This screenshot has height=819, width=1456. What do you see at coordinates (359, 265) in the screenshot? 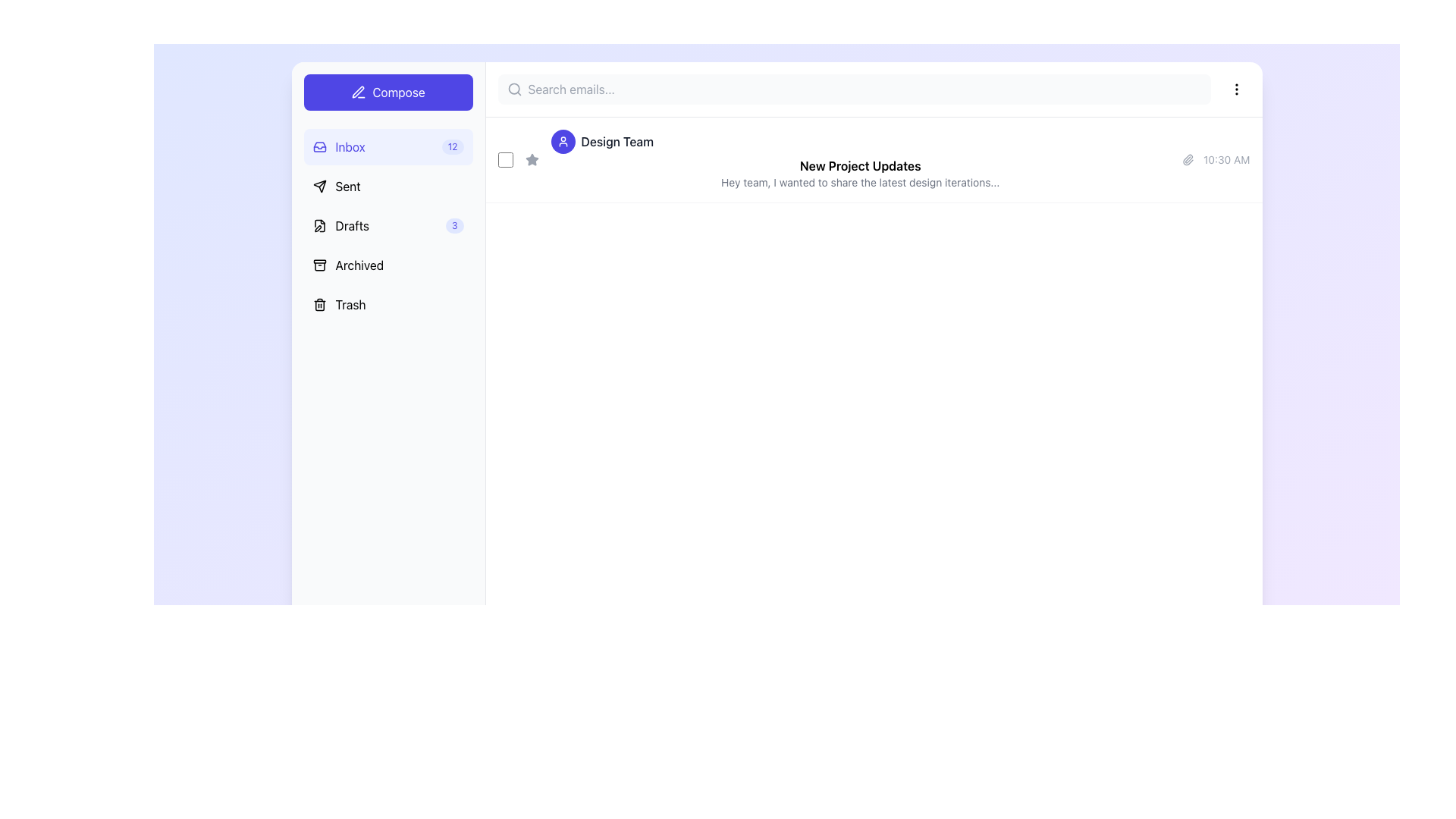
I see `the 'Archived' text label in the vertical navigation menu` at bounding box center [359, 265].